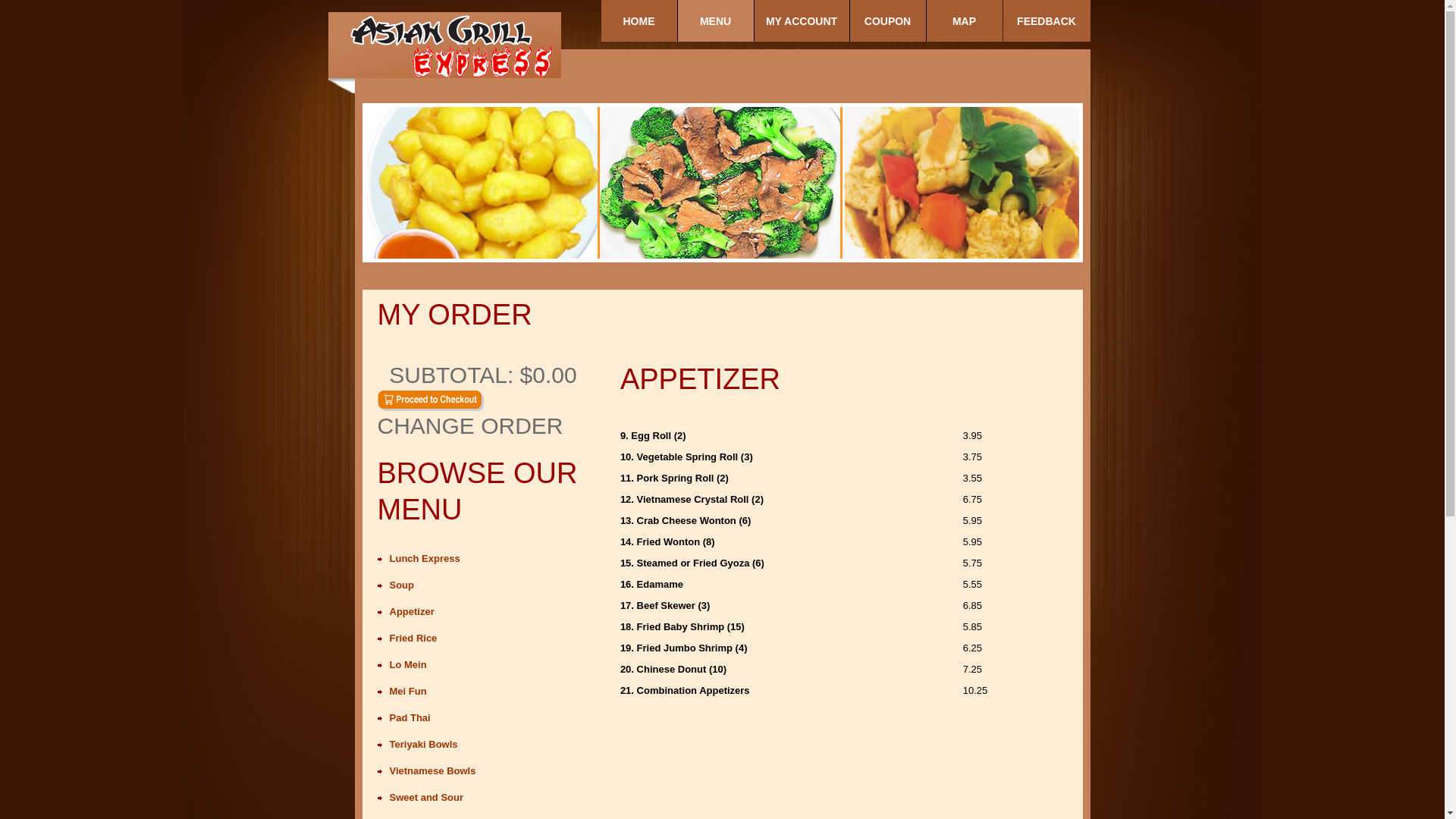  Describe the element at coordinates (389, 558) in the screenshot. I see `'Lunch Express'` at that location.